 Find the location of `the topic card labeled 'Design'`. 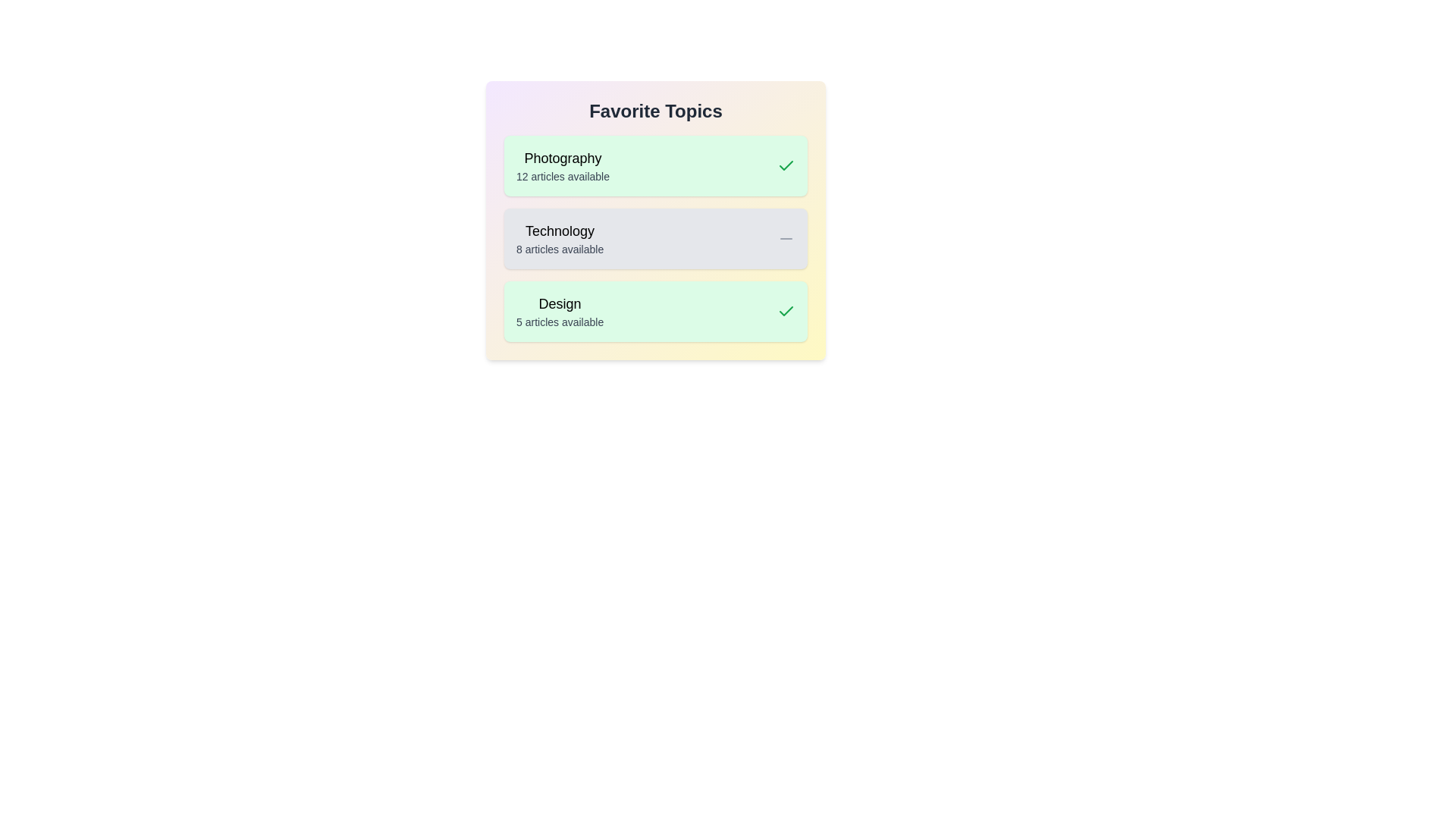

the topic card labeled 'Design' is located at coordinates (655, 311).